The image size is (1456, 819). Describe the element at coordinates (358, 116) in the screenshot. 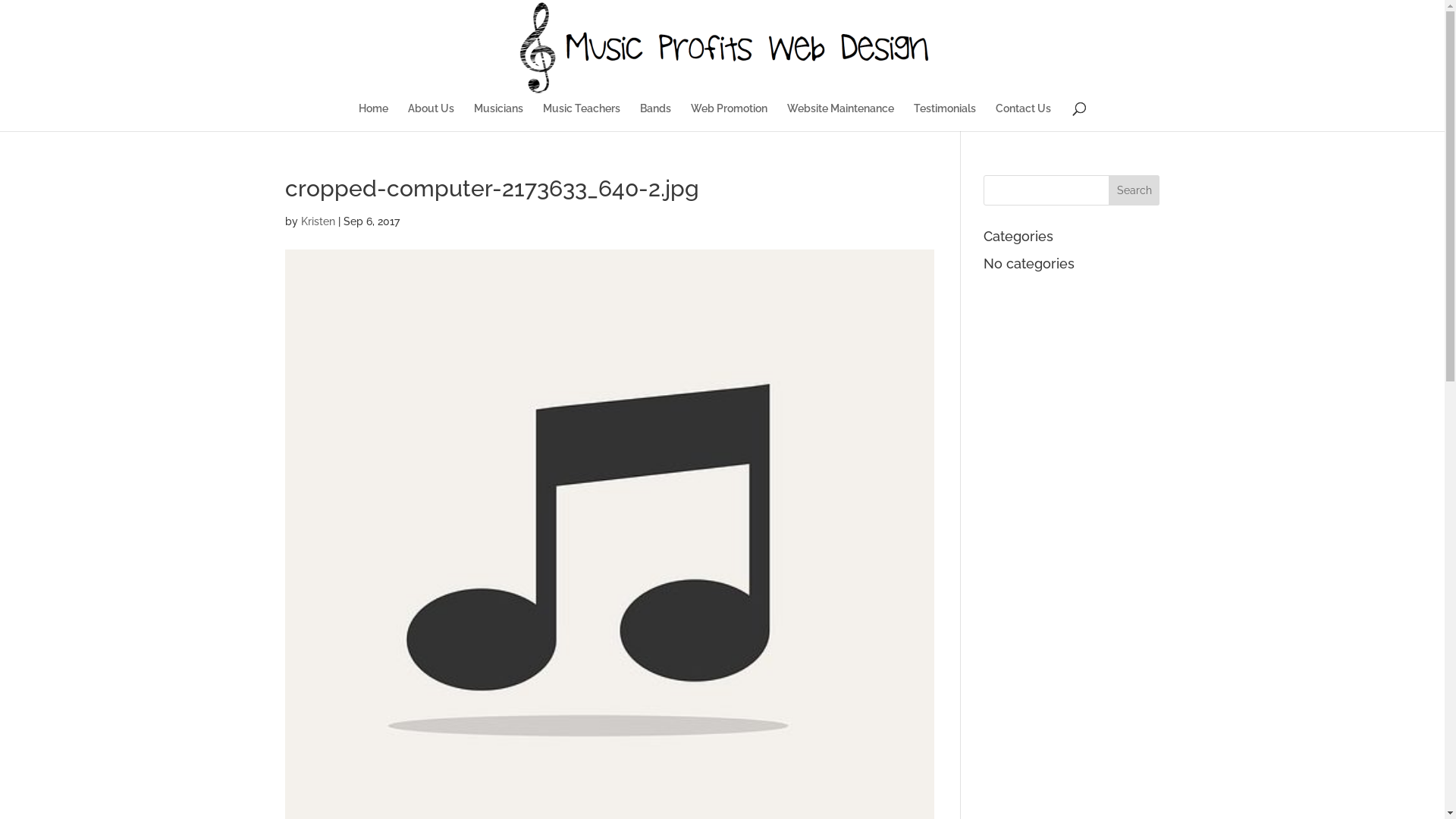

I see `'Home'` at that location.